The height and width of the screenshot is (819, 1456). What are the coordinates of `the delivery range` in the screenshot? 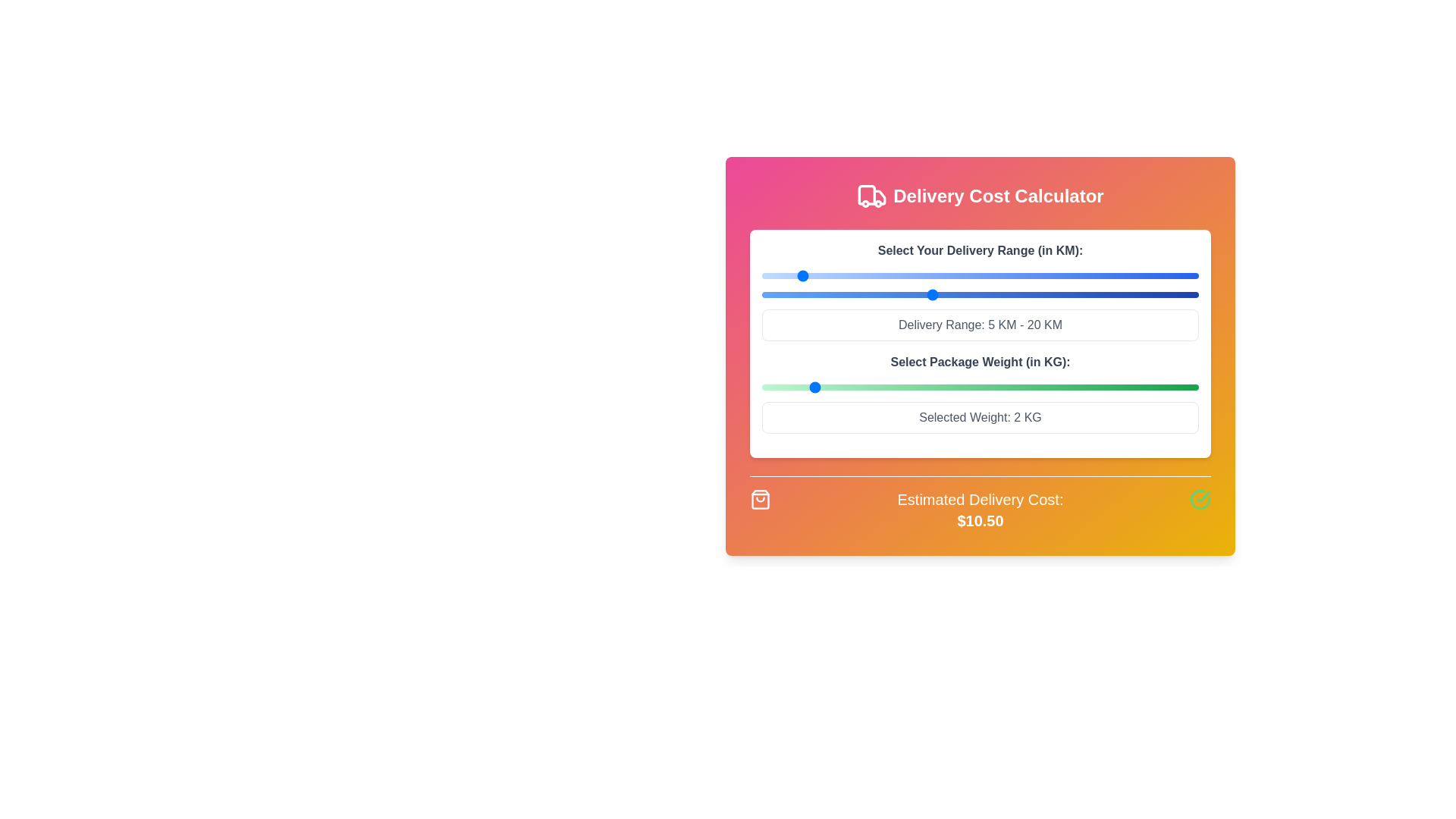 It's located at (1082, 275).